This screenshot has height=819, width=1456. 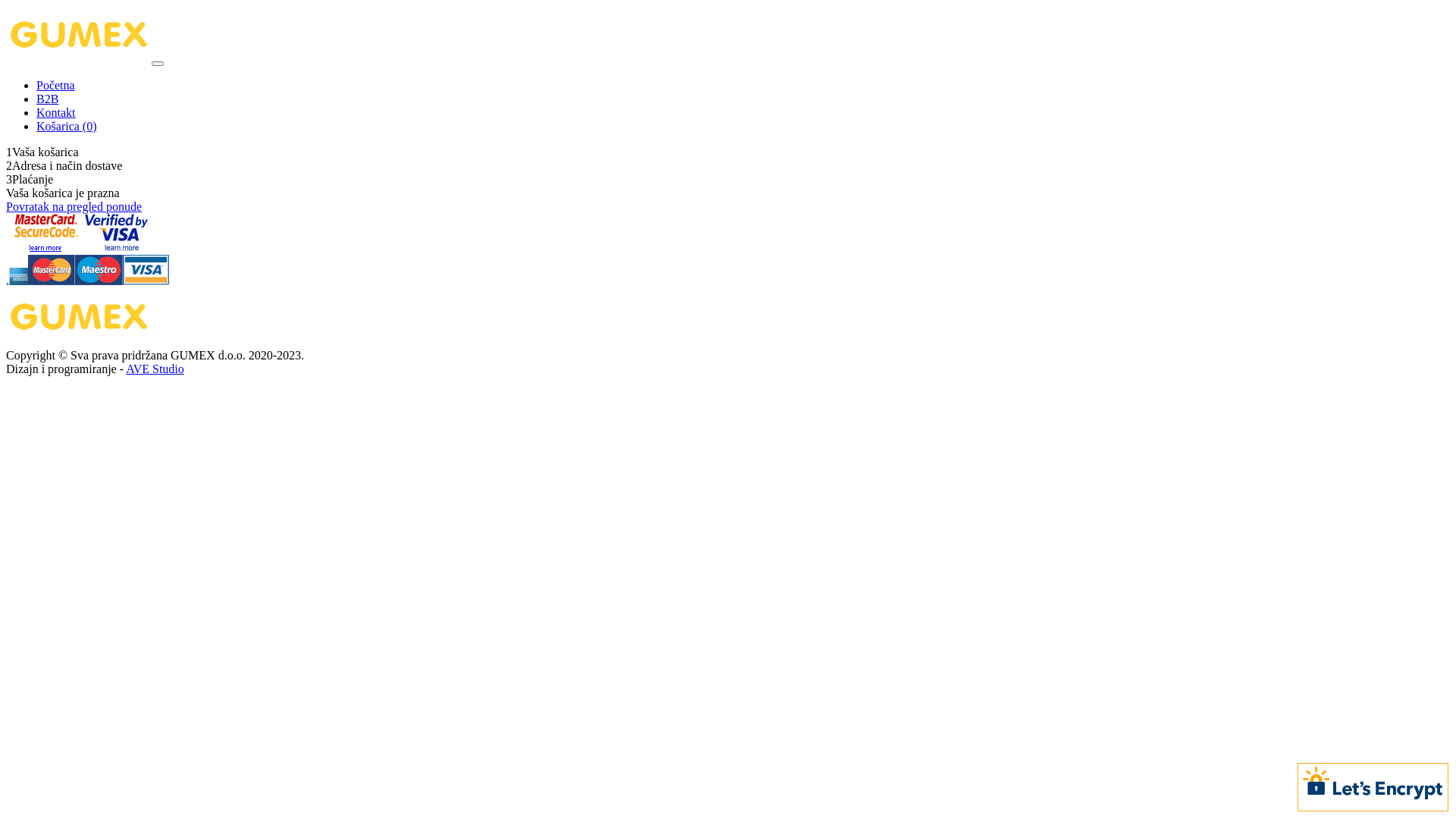 What do you see at coordinates (155, 369) in the screenshot?
I see `'AVE Studio'` at bounding box center [155, 369].